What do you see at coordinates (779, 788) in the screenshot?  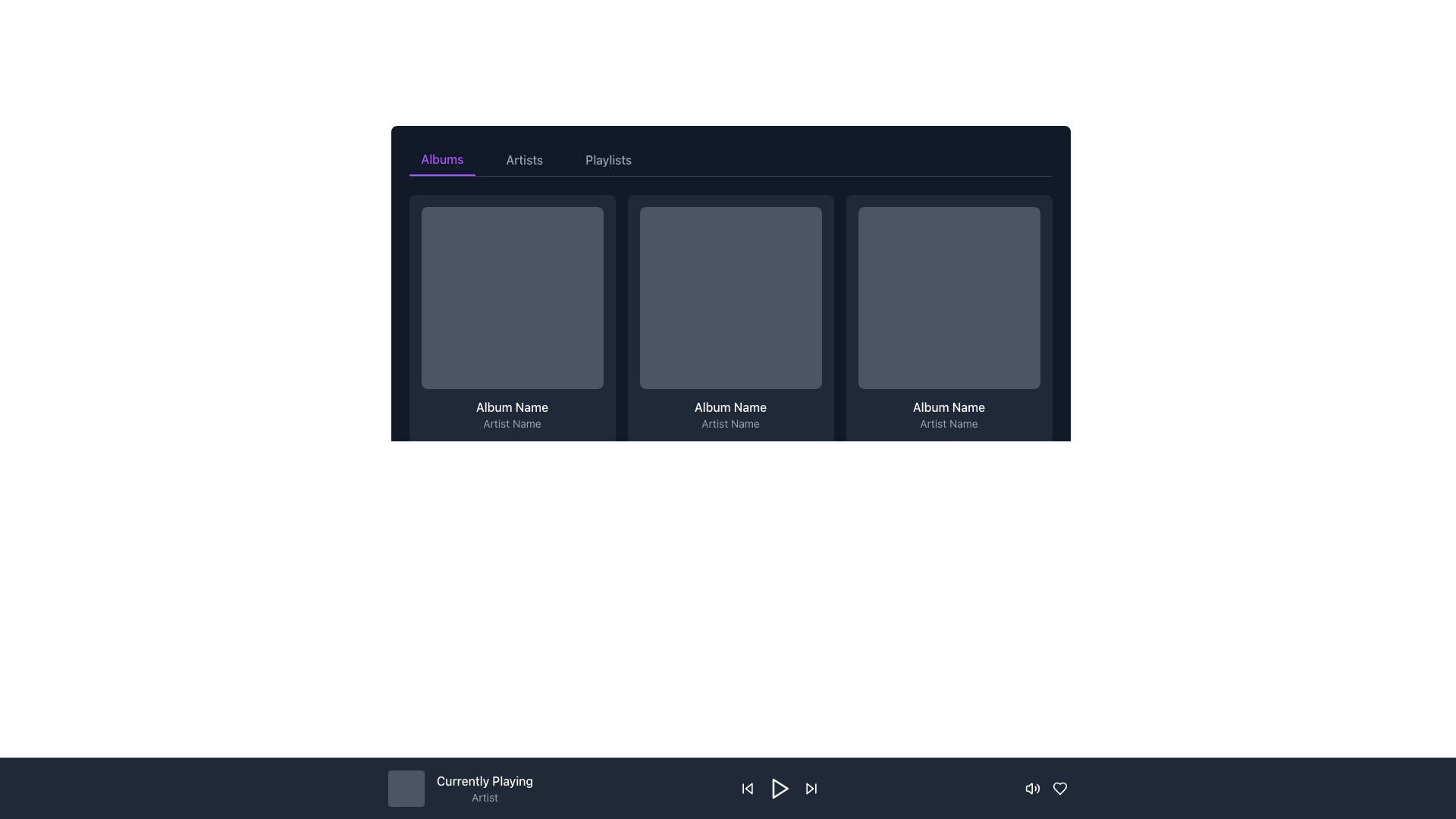 I see `the 'Play' button, represented by a triangle icon pointing` at bounding box center [779, 788].